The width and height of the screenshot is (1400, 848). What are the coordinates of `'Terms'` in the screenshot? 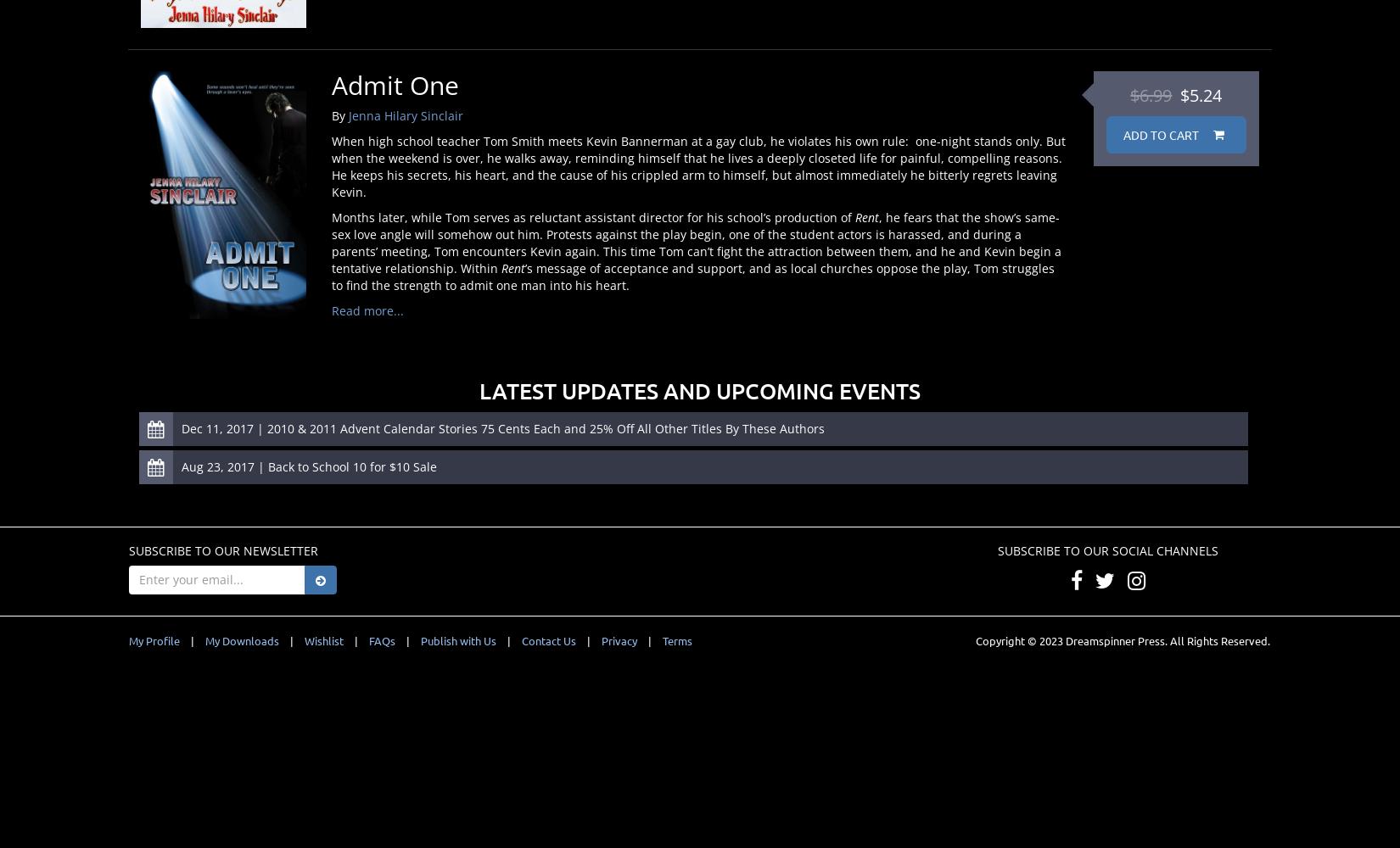 It's located at (676, 639).